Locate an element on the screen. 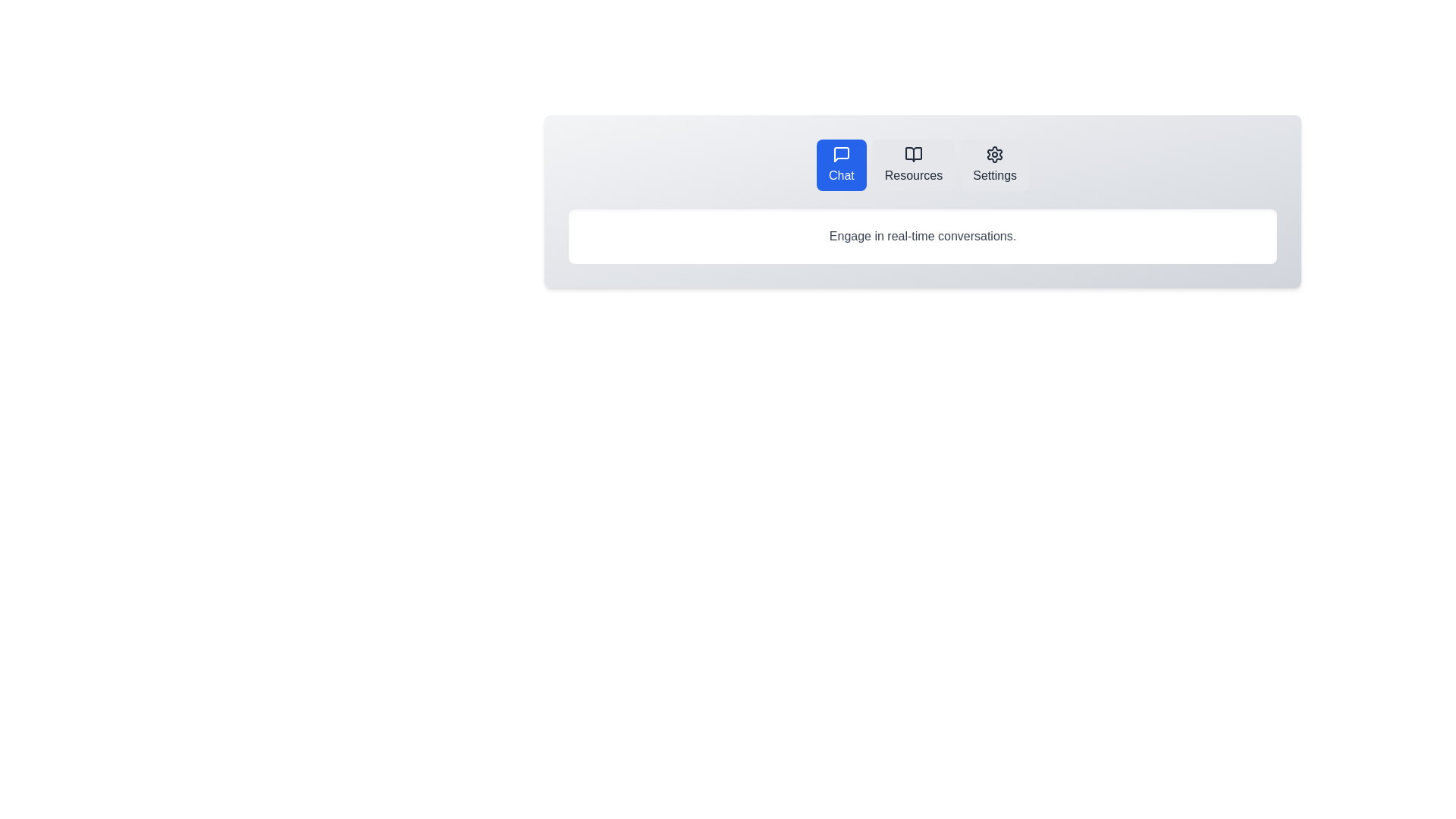  the 'Settings' button, which is the third button in a row of three options labeled 'Chat', 'Resources', and 'Settings', to observe the visual feedback is located at coordinates (995, 165).